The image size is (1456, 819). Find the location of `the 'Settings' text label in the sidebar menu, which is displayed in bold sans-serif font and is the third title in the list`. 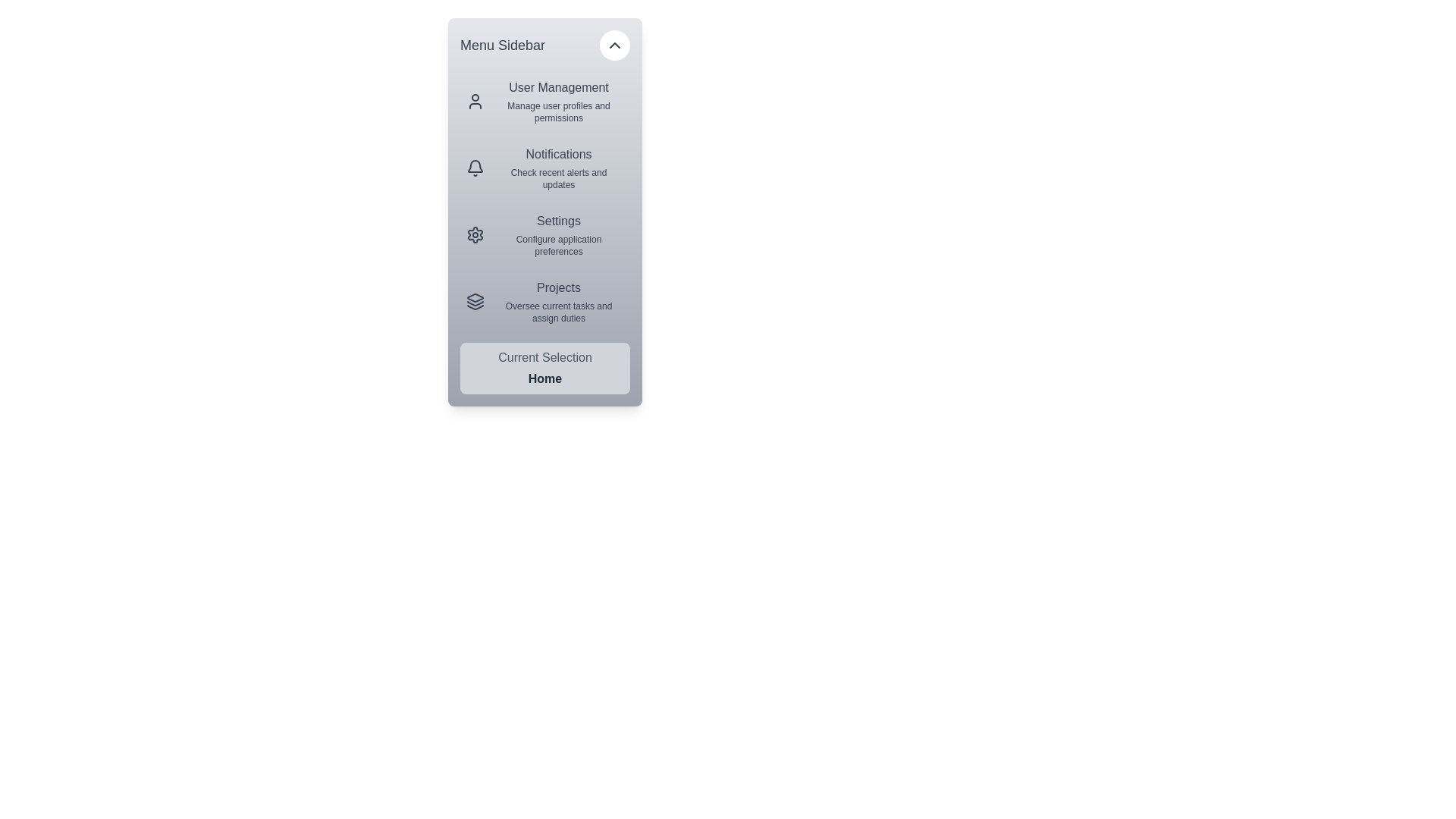

the 'Settings' text label in the sidebar menu, which is displayed in bold sans-serif font and is the third title in the list is located at coordinates (558, 221).